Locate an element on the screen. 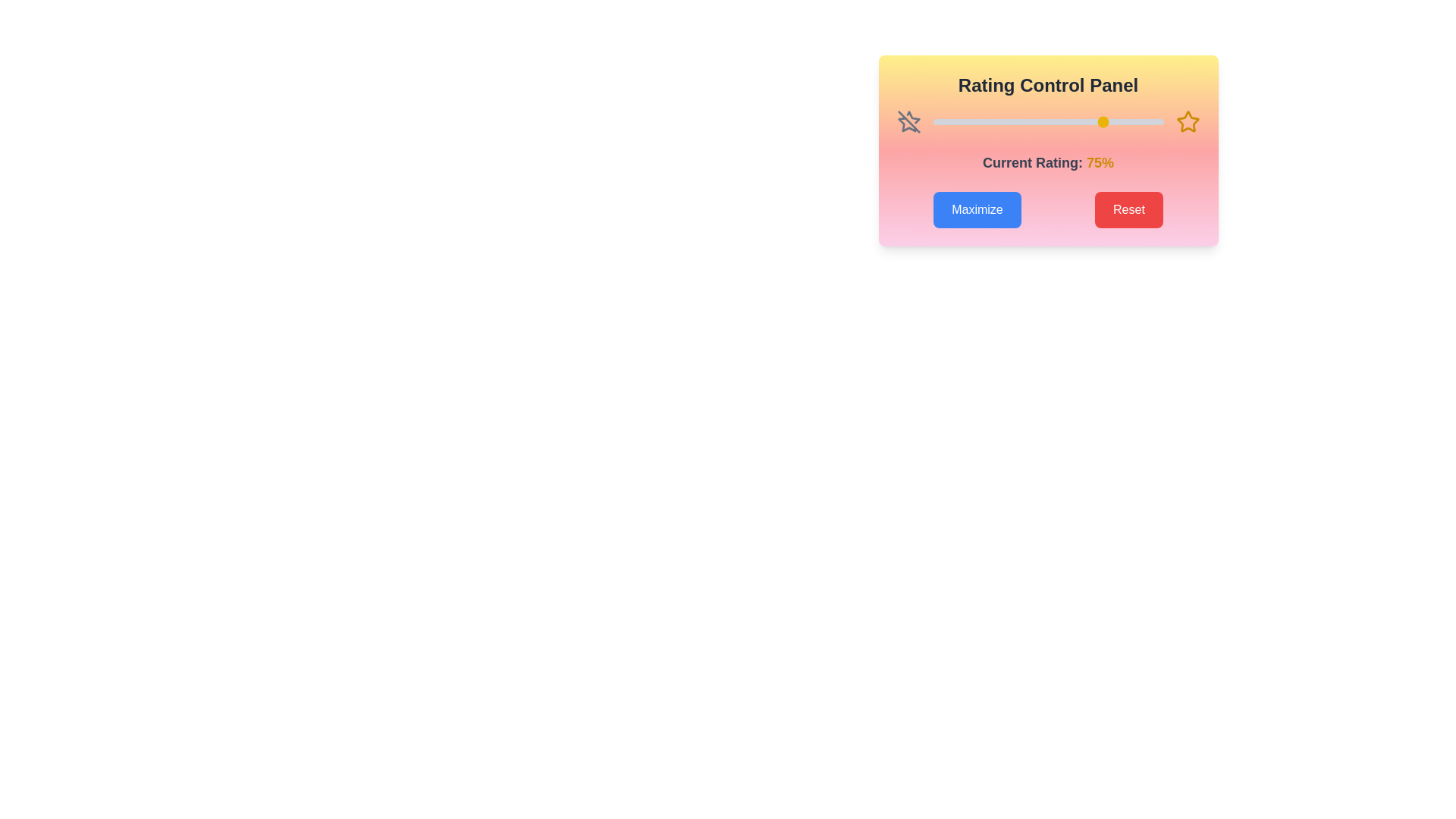 The image size is (1456, 819). the 'Reset' button to reset the rating to 0% is located at coordinates (1128, 210).